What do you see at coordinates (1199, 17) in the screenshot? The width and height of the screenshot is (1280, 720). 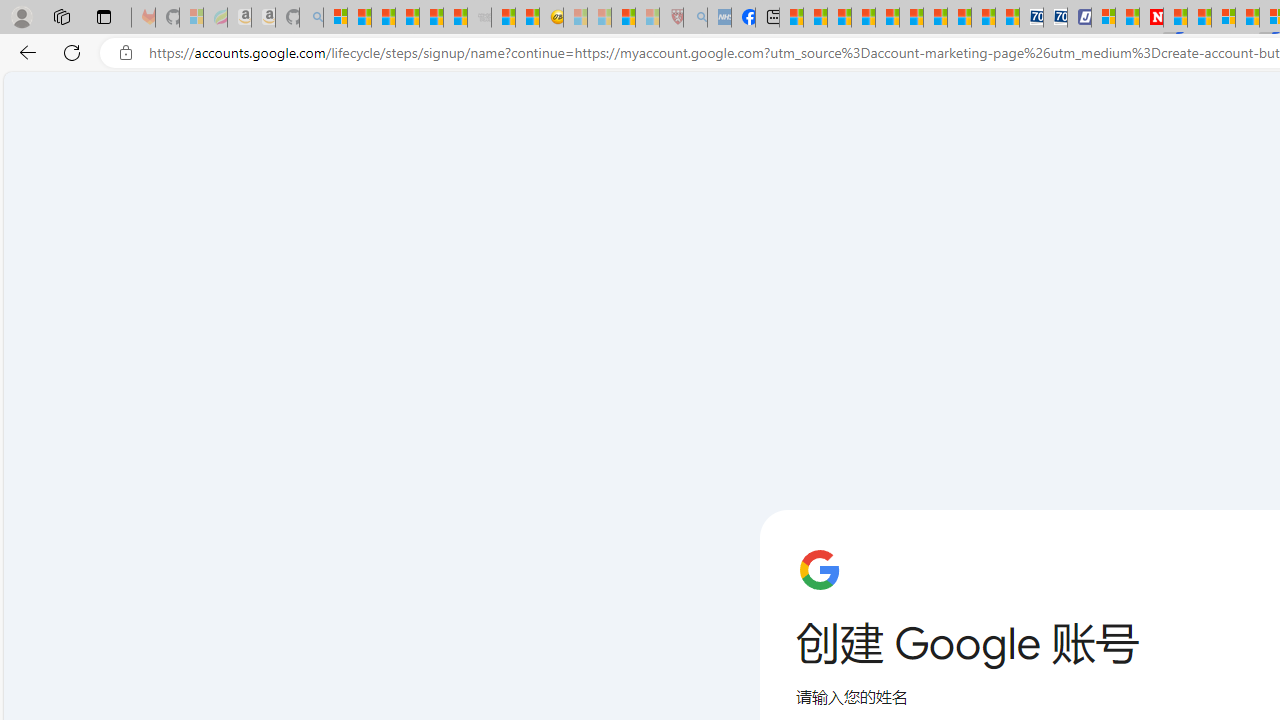 I see `'14 Common Myths Debunked By Scientific Facts'` at bounding box center [1199, 17].